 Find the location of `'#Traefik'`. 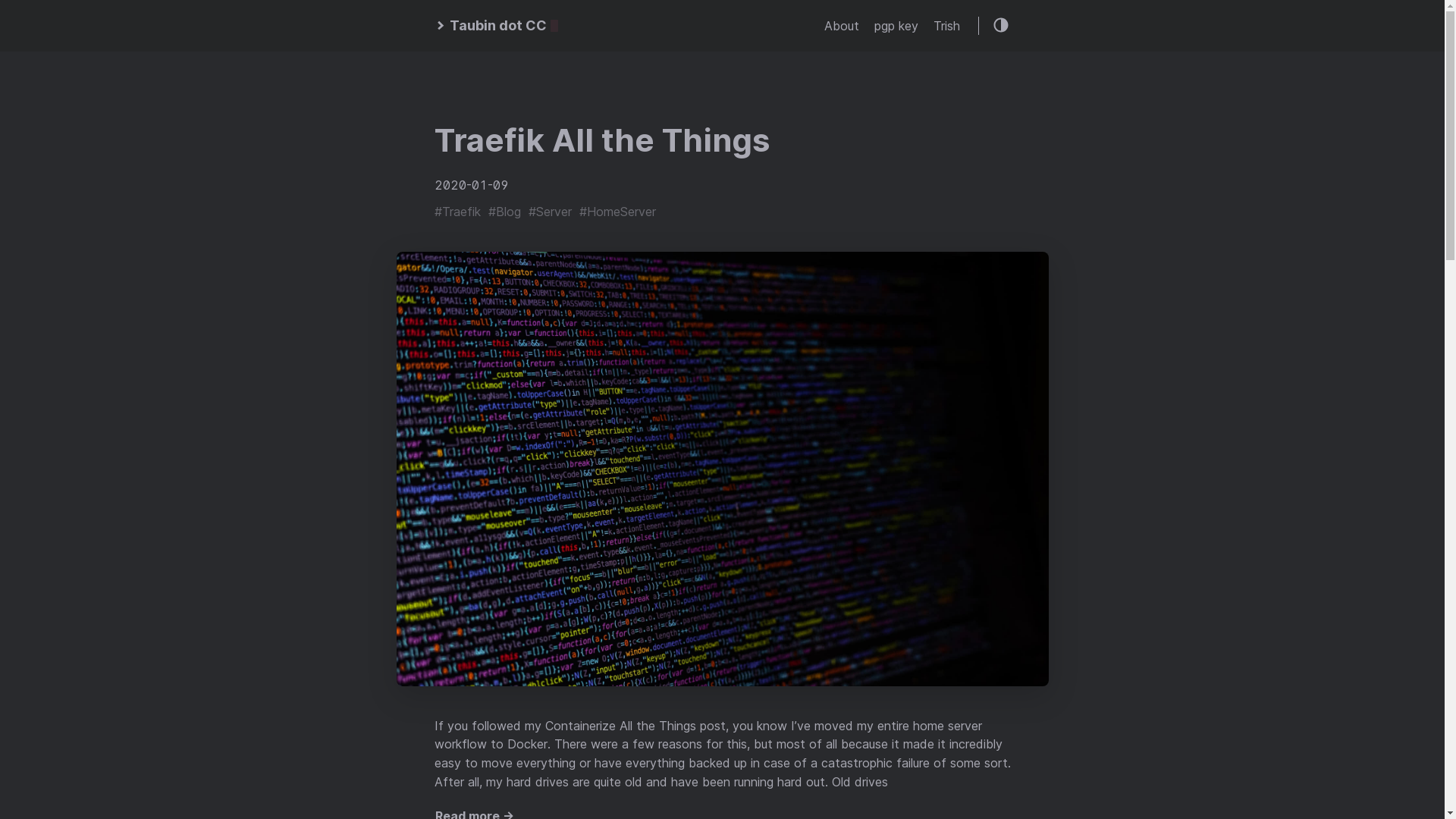

'#Traefik' is located at coordinates (432, 211).